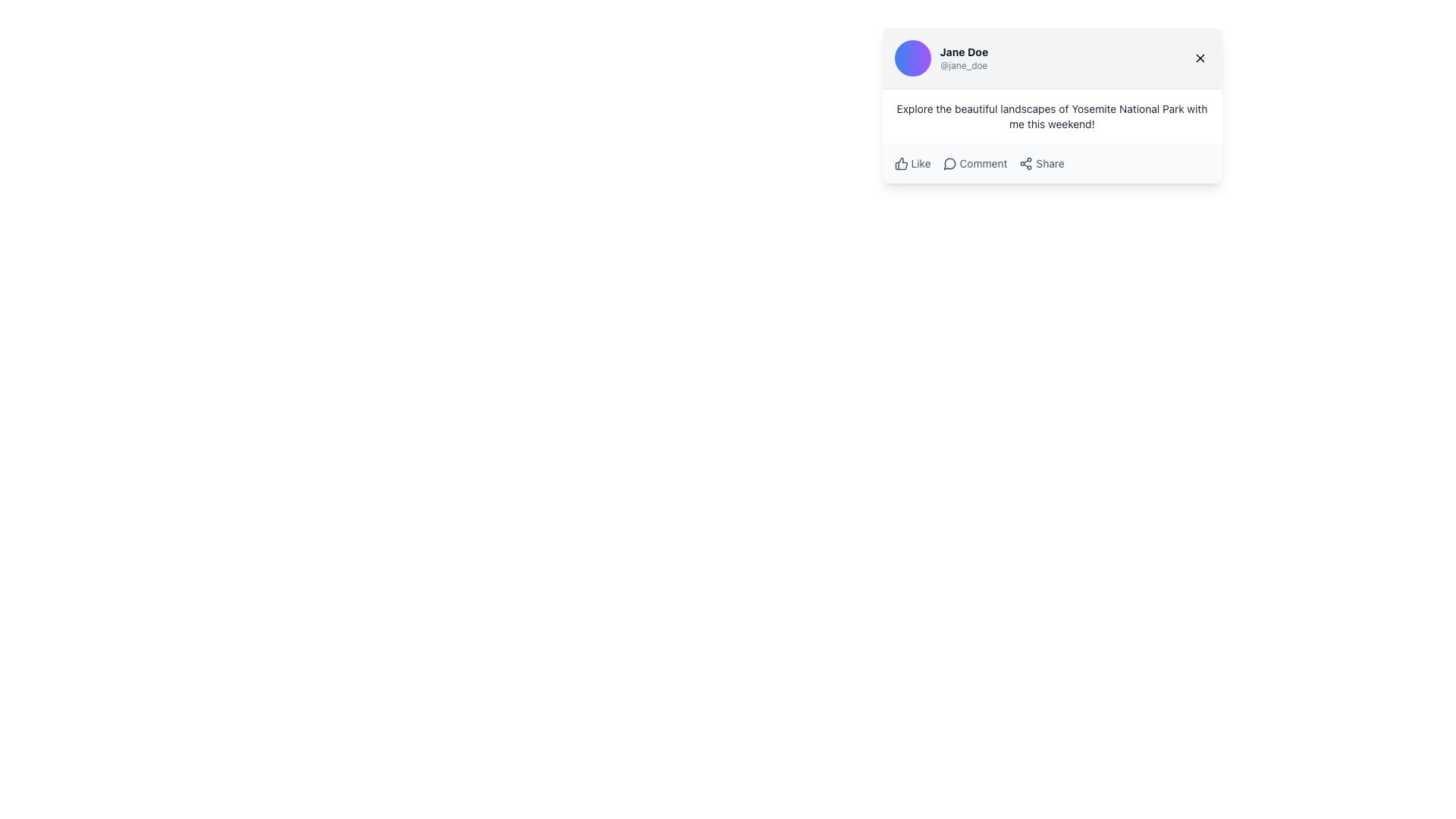 The height and width of the screenshot is (819, 1456). What do you see at coordinates (901, 164) in the screenshot?
I see `the thumbs-up icon that represents the 'Like' feature` at bounding box center [901, 164].